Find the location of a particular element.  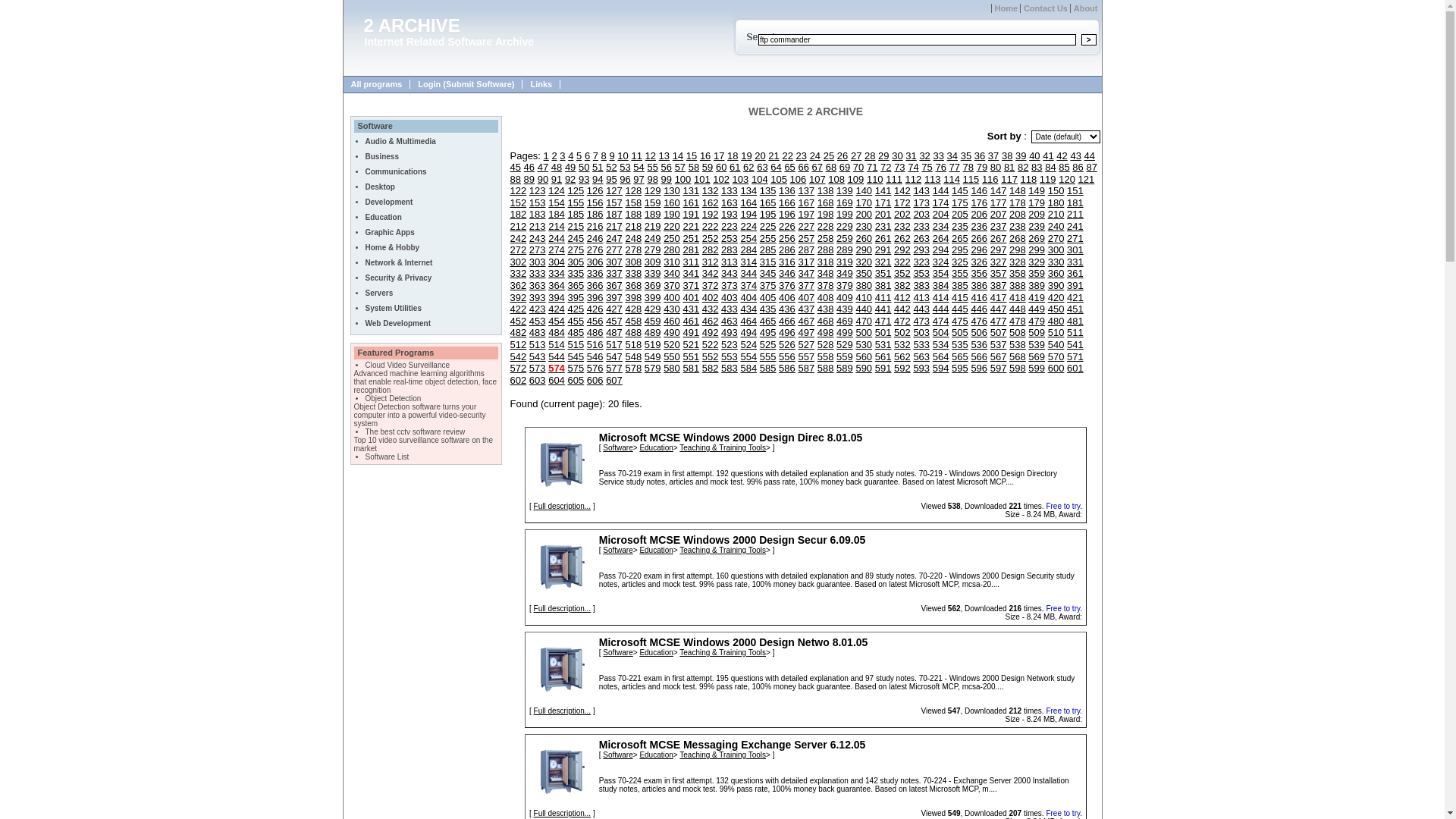

'71' is located at coordinates (872, 167).